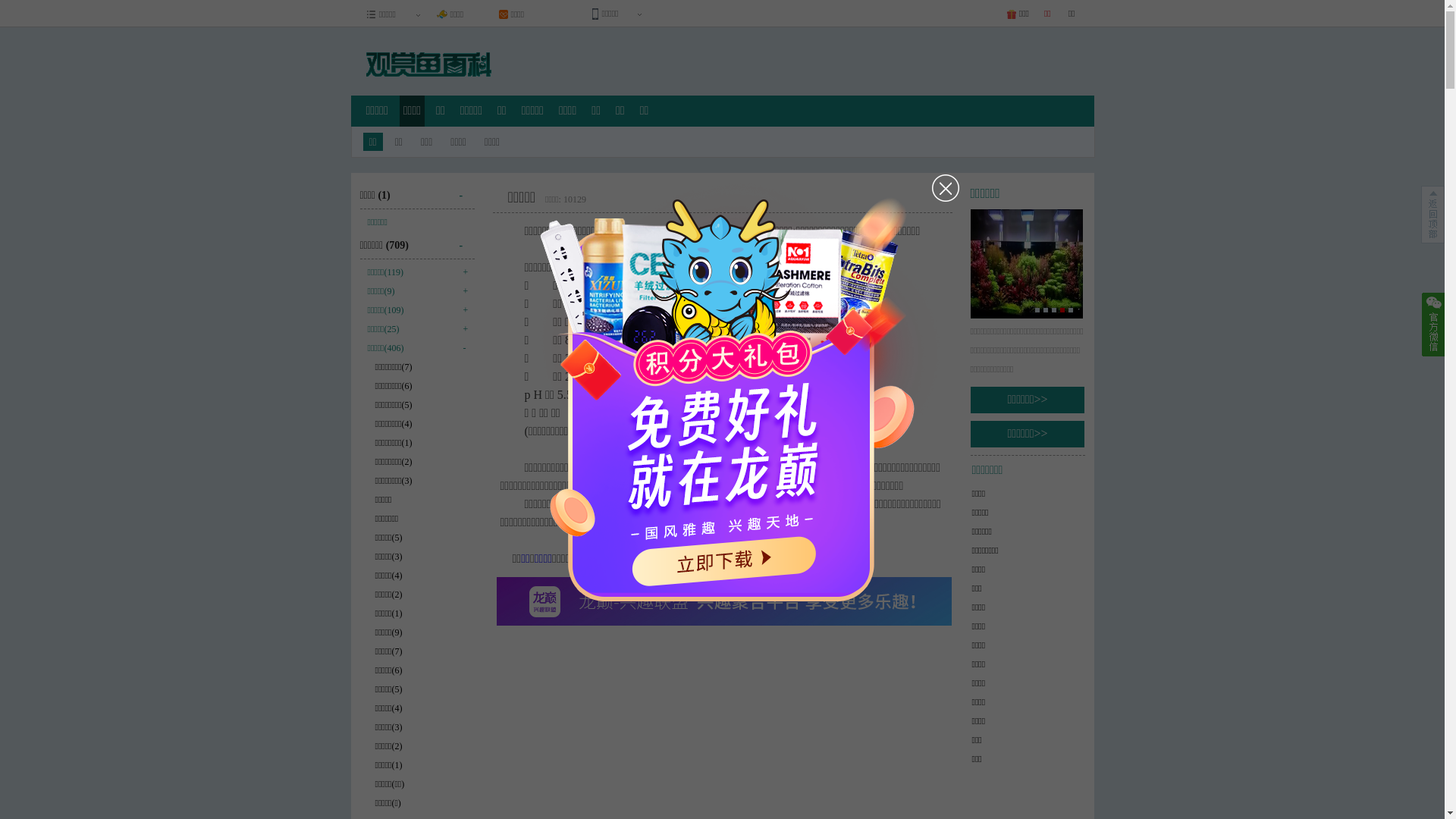  What do you see at coordinates (461, 289) in the screenshot?
I see `'+'` at bounding box center [461, 289].